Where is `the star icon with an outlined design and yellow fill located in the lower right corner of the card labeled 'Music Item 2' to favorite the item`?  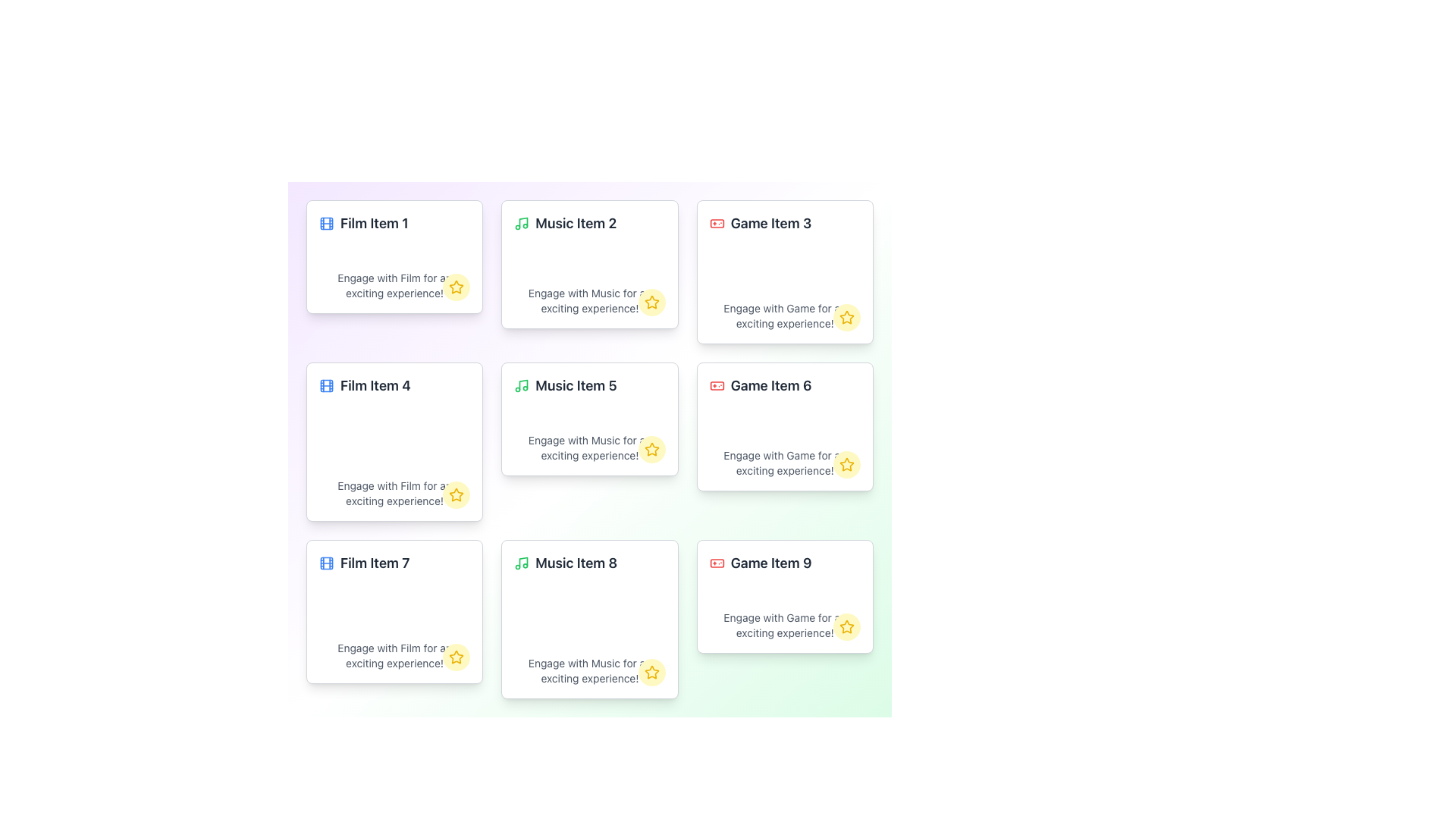
the star icon with an outlined design and yellow fill located in the lower right corner of the card labeled 'Music Item 2' to favorite the item is located at coordinates (651, 302).